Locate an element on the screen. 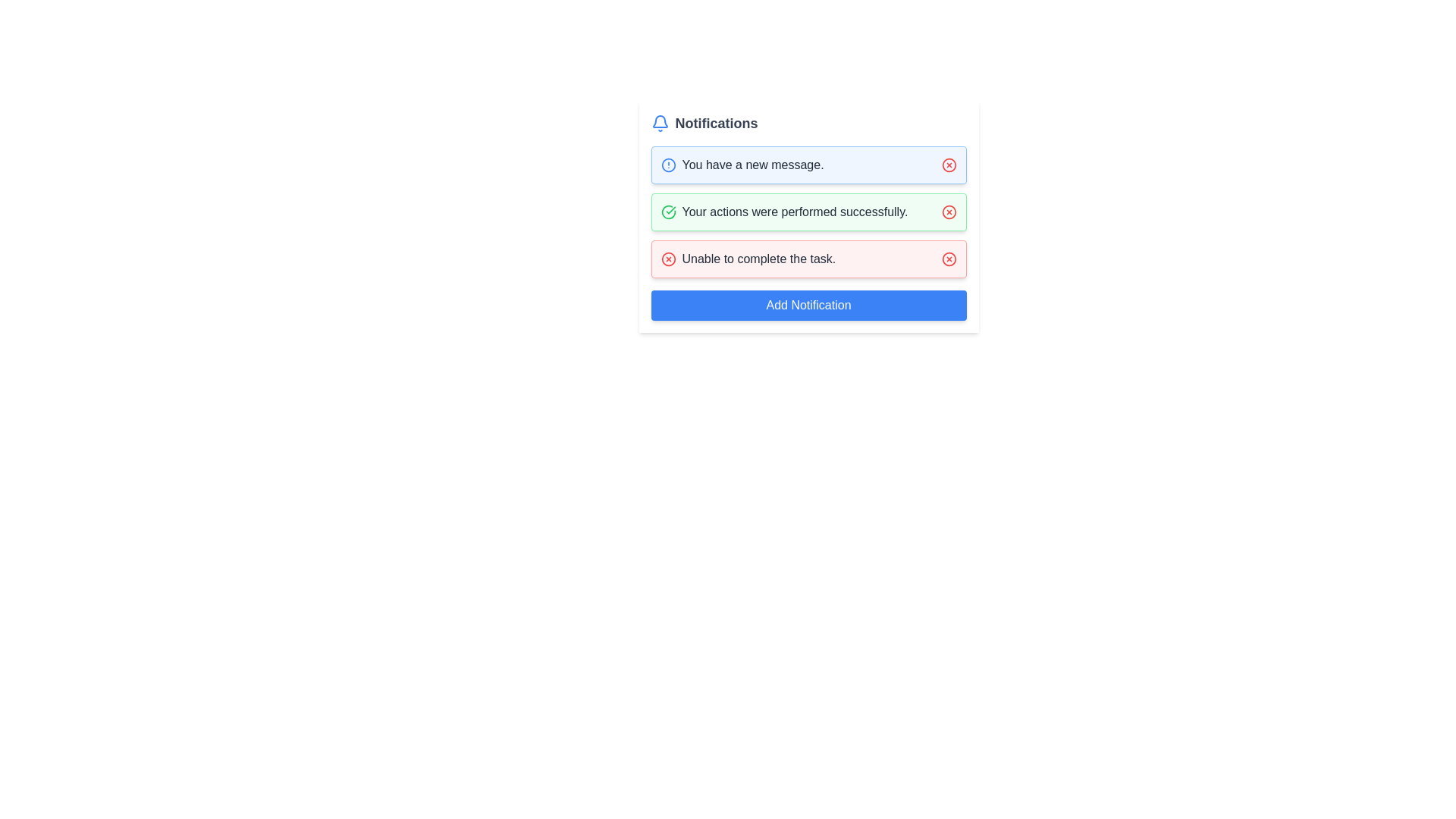 The width and height of the screenshot is (1456, 819). the dismiss button located at the rightmost position beside the notification message 'Unable to complete the task.' is located at coordinates (948, 259).